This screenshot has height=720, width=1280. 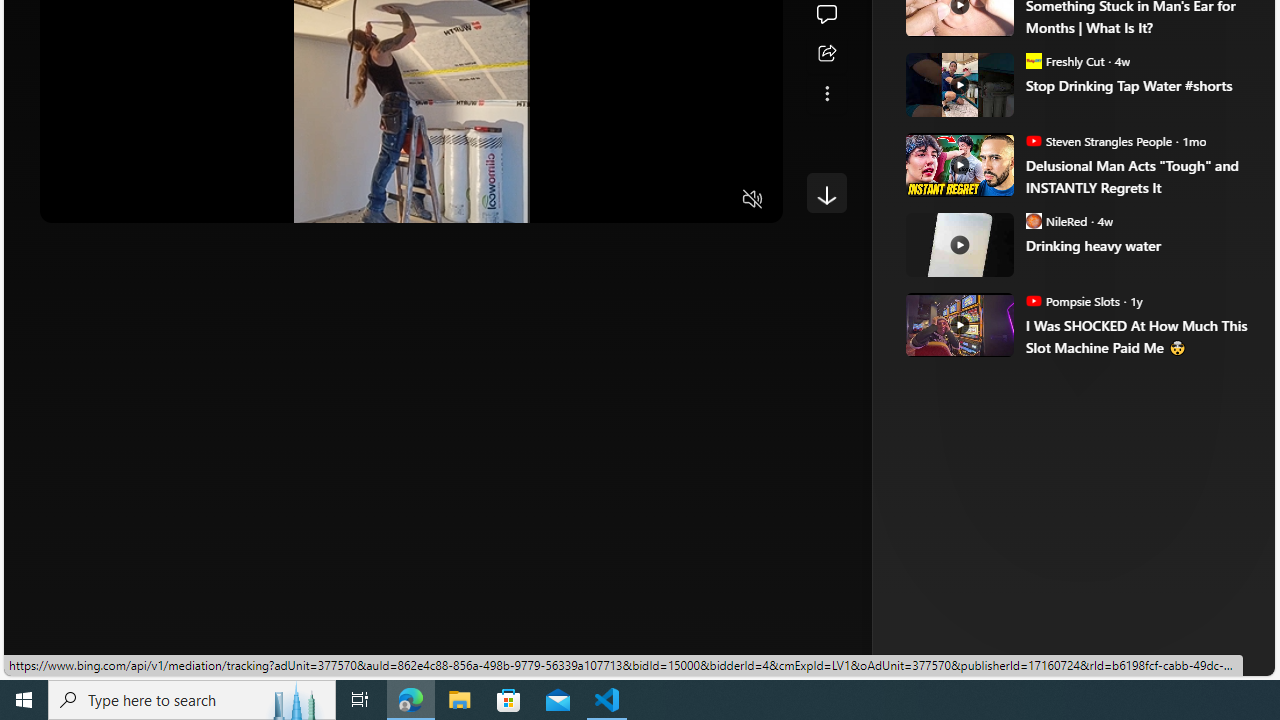 I want to click on 'Pompsie Slots', so click(x=1033, y=300).